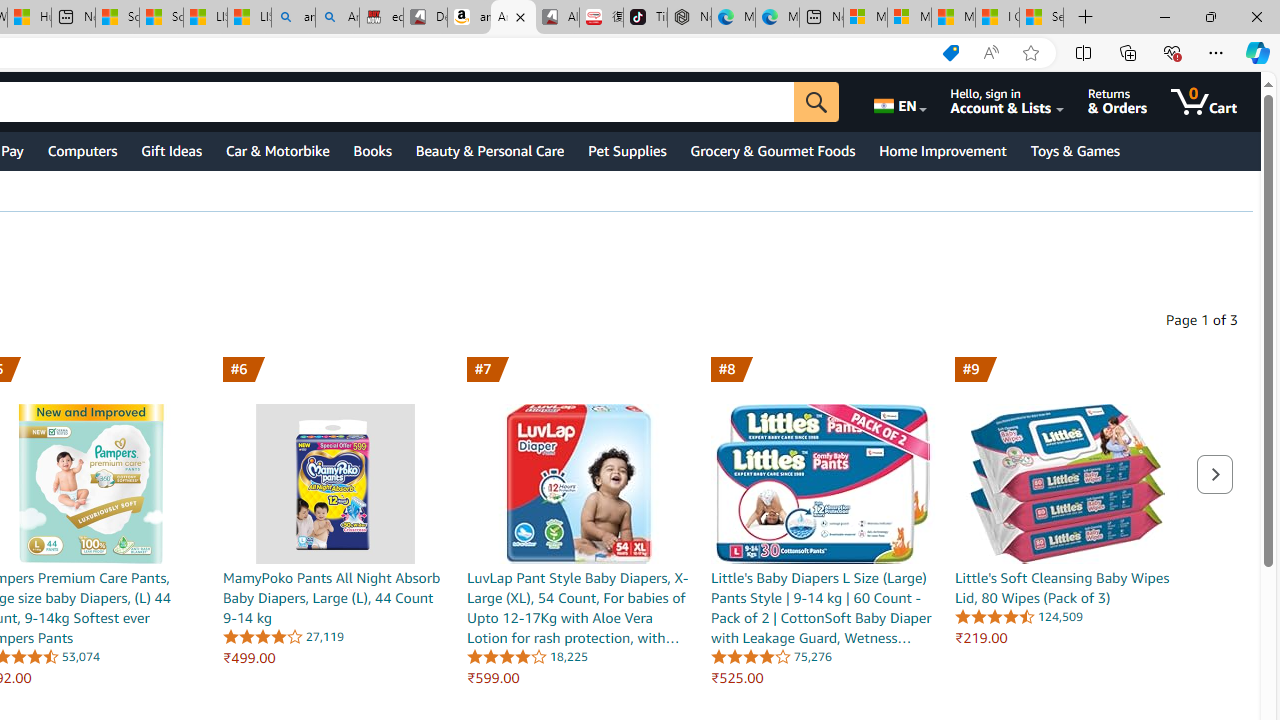 Image resolution: width=1280 pixels, height=720 pixels. I want to click on 'Little', so click(1066, 483).